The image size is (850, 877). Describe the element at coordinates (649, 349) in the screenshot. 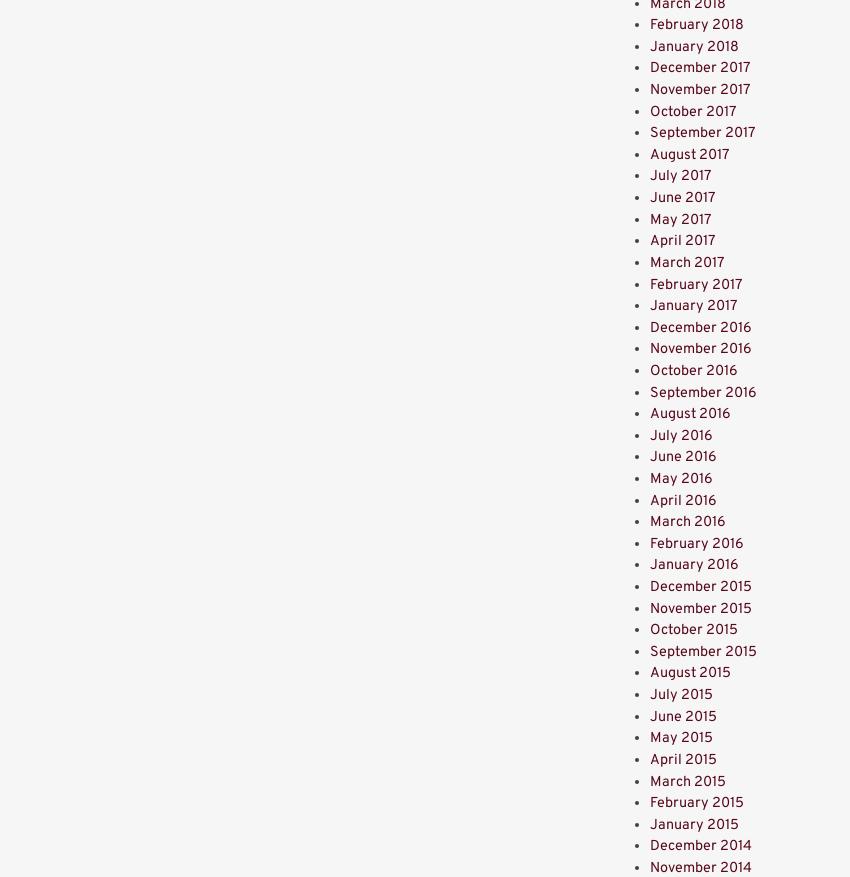

I see `'November 2016'` at that location.